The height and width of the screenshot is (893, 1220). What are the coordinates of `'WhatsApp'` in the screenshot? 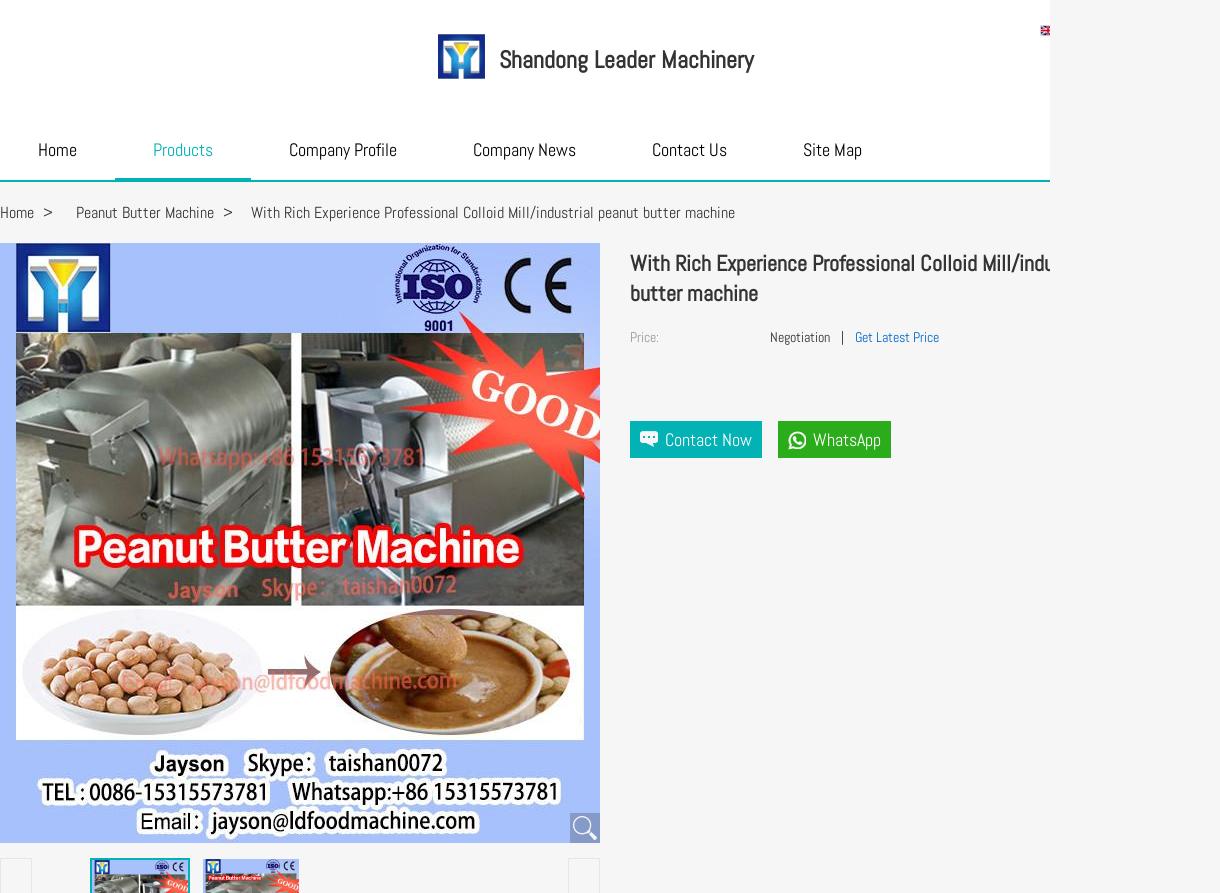 It's located at (847, 439).